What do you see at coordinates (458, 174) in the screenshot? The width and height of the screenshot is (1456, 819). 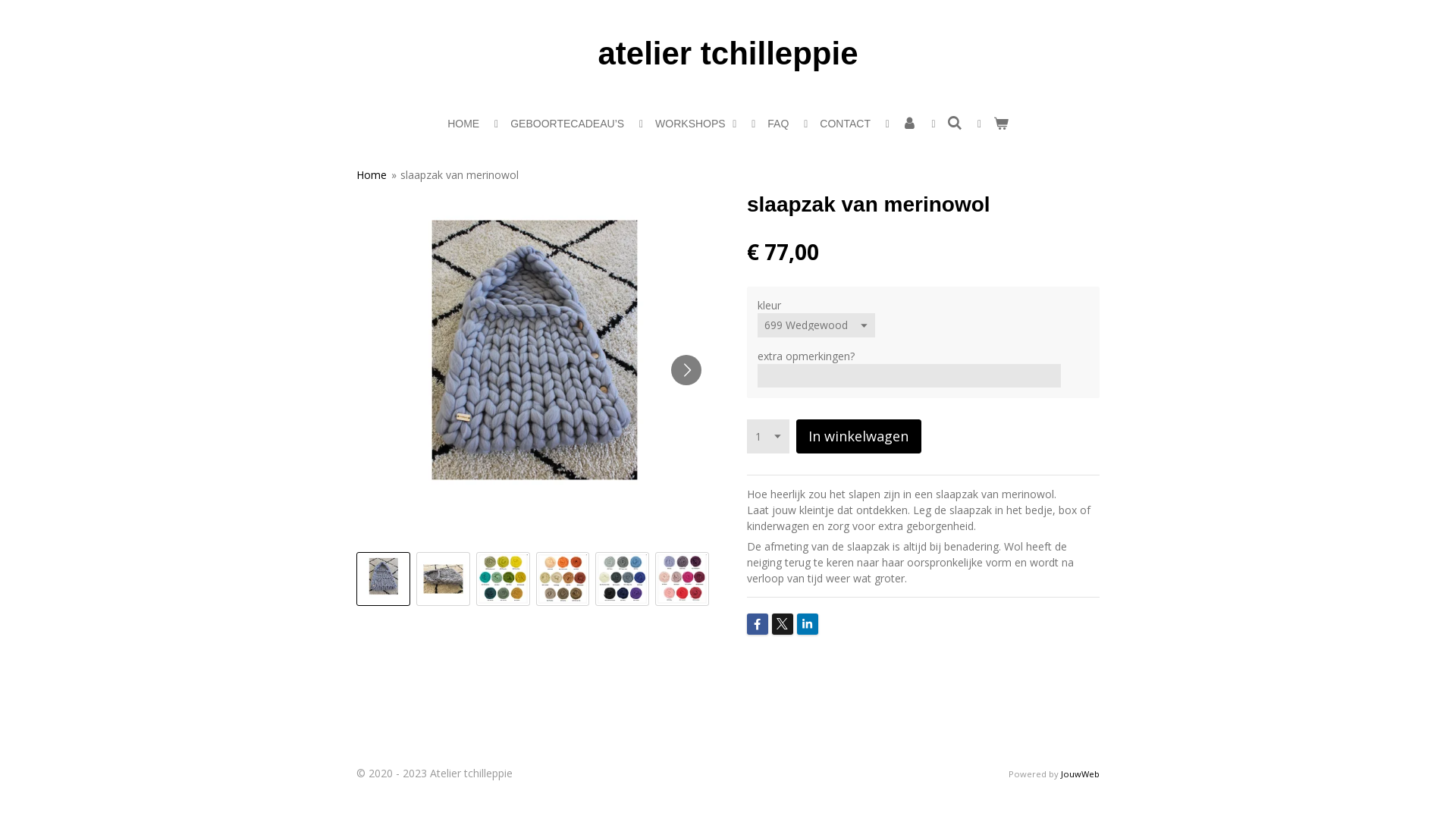 I see `'slaapzak van merinowol'` at bounding box center [458, 174].